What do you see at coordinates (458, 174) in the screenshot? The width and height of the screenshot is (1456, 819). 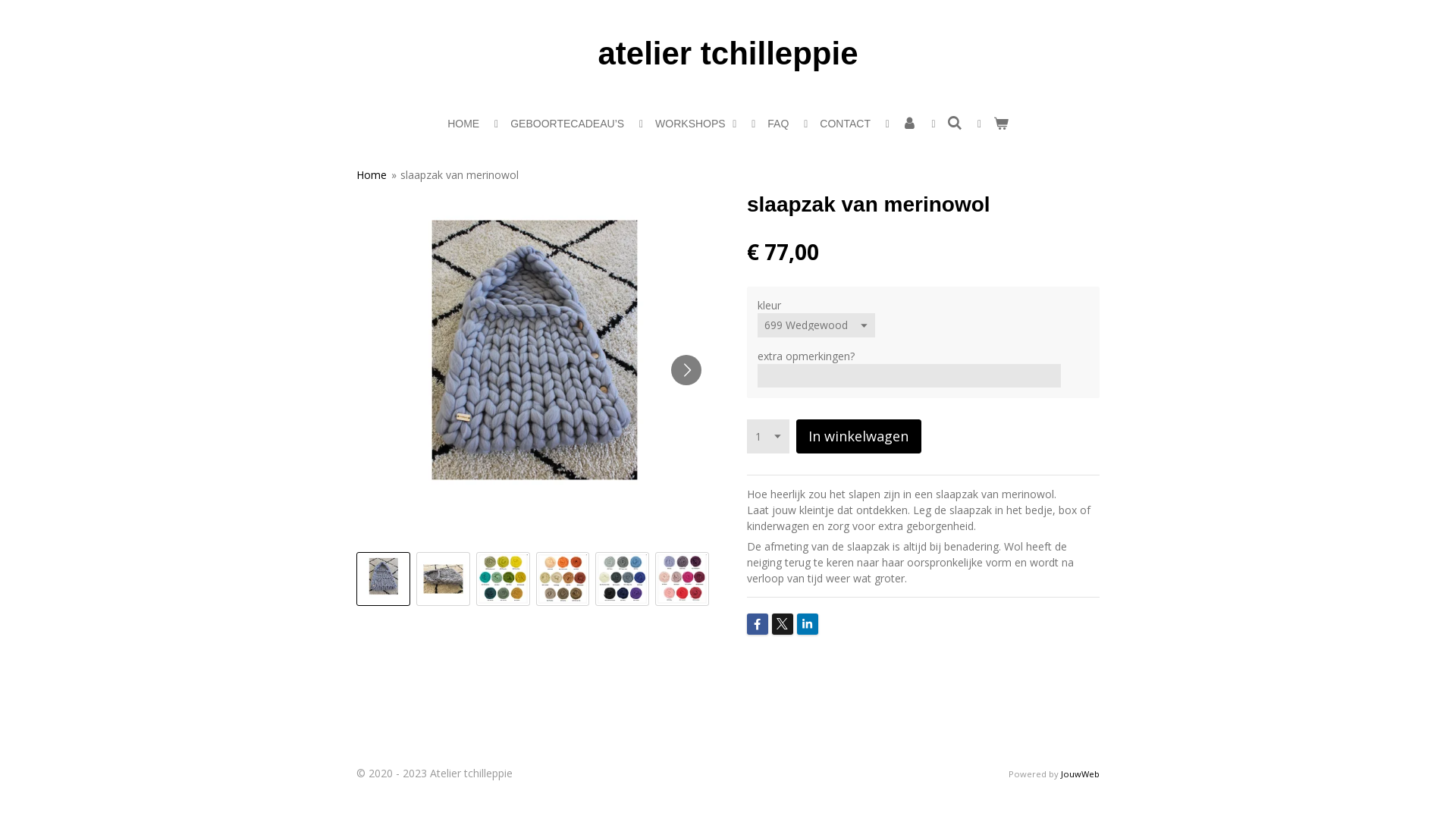 I see `'slaapzak van merinowol'` at bounding box center [458, 174].